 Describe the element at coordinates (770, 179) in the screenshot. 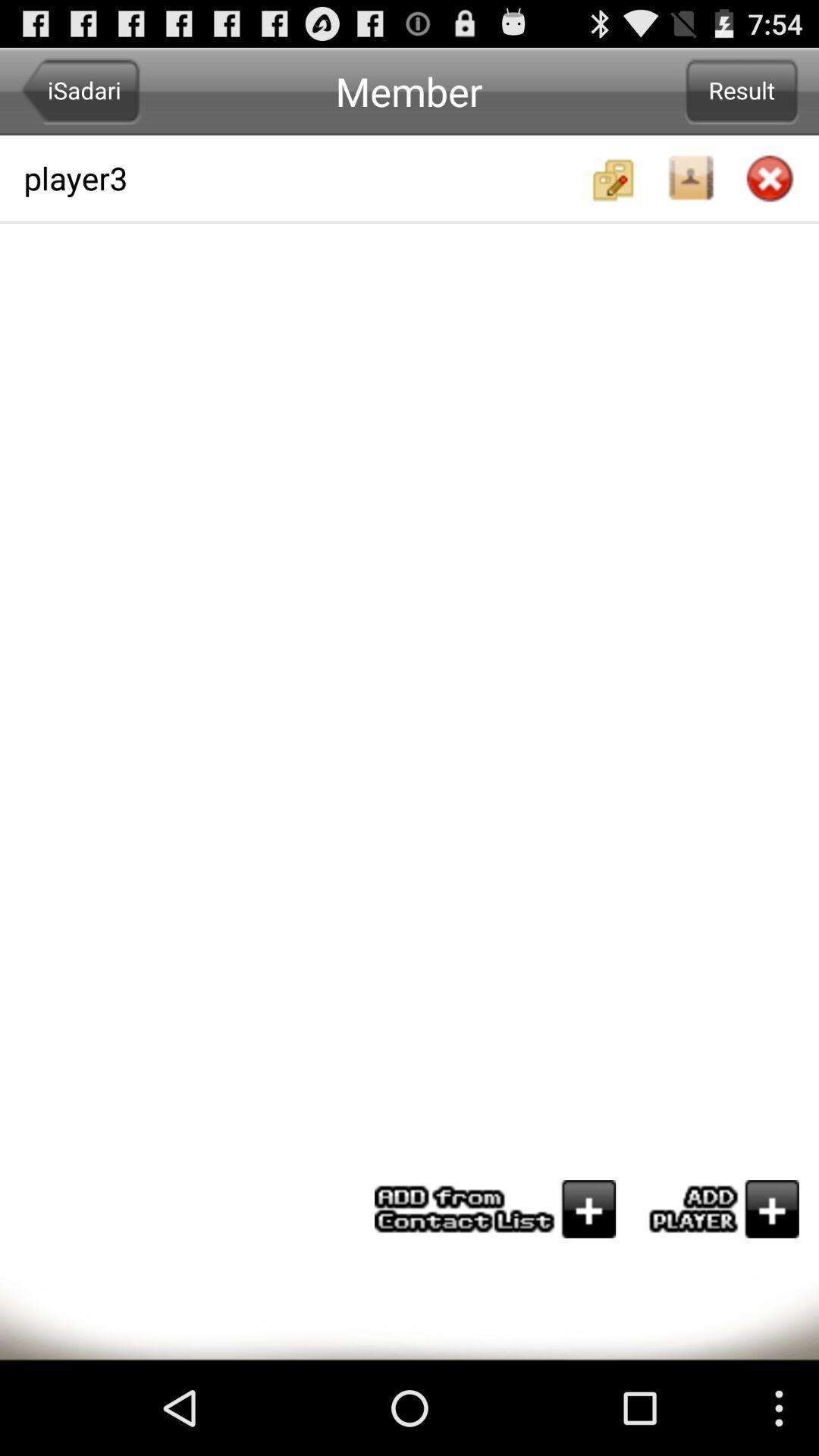

I see `closed option` at that location.